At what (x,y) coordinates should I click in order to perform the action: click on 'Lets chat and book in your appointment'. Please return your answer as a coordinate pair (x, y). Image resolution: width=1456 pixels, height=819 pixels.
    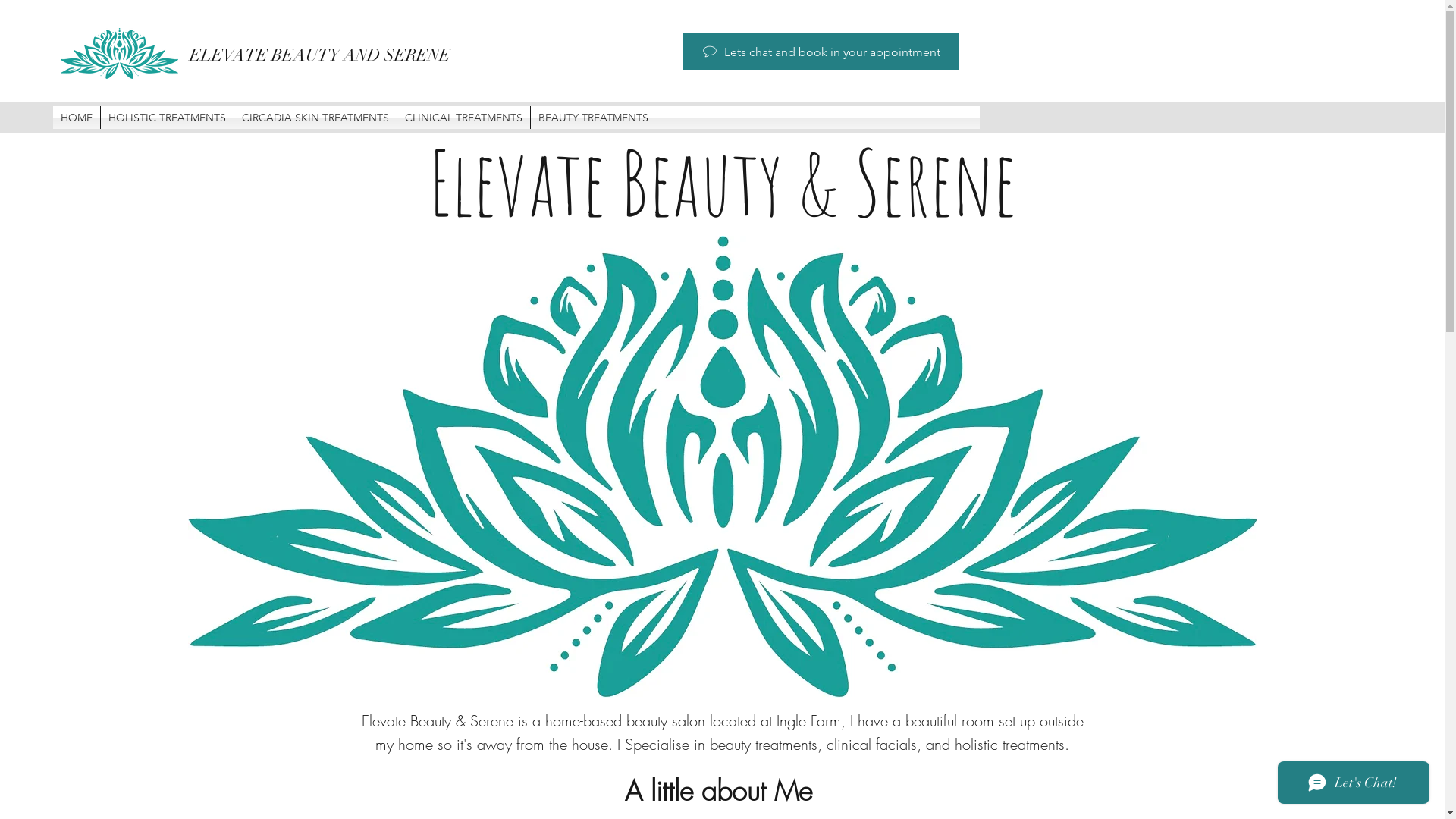
    Looking at the image, I should click on (820, 51).